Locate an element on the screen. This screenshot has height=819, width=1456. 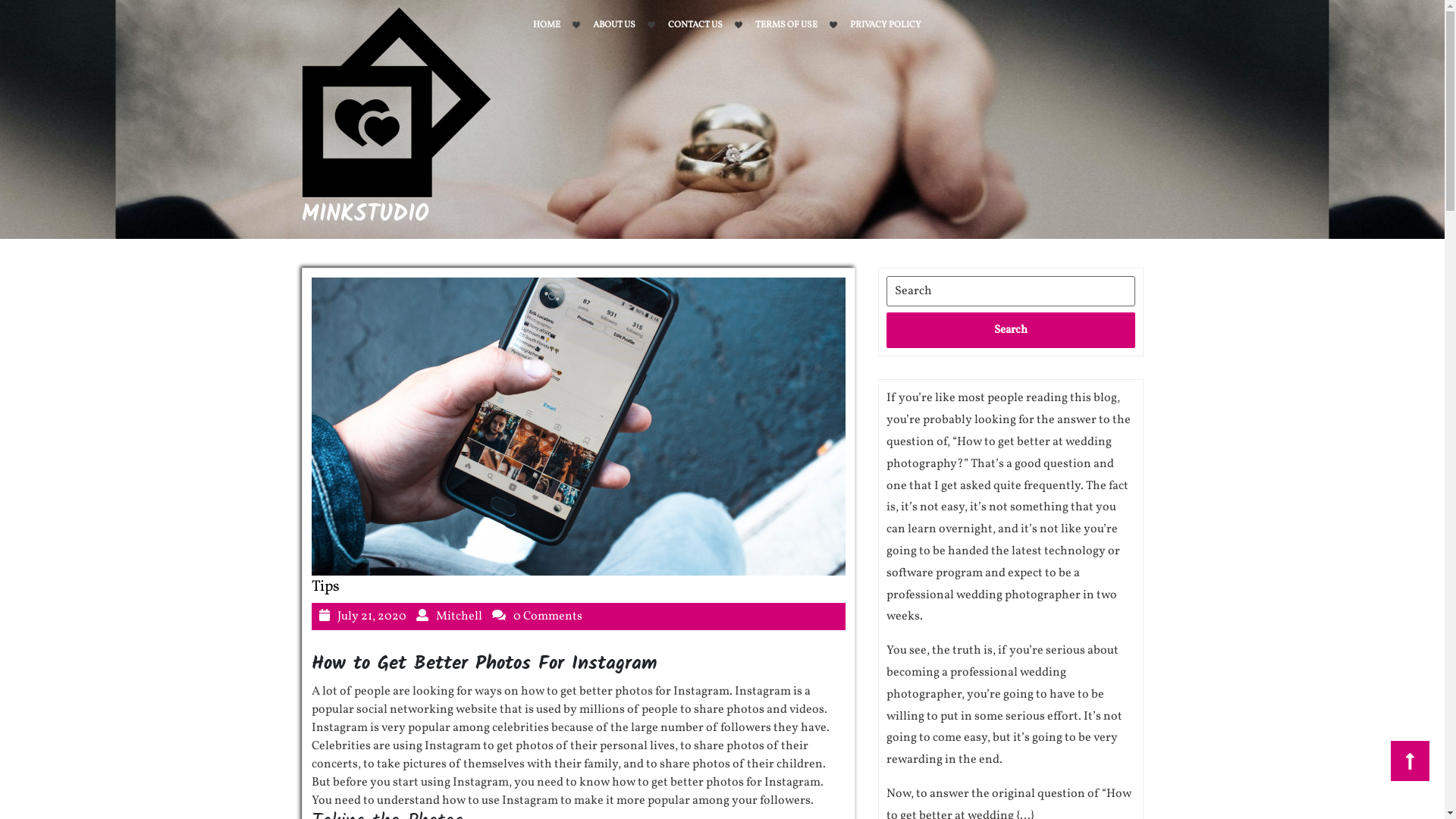
'Mitchell is located at coordinates (457, 617).